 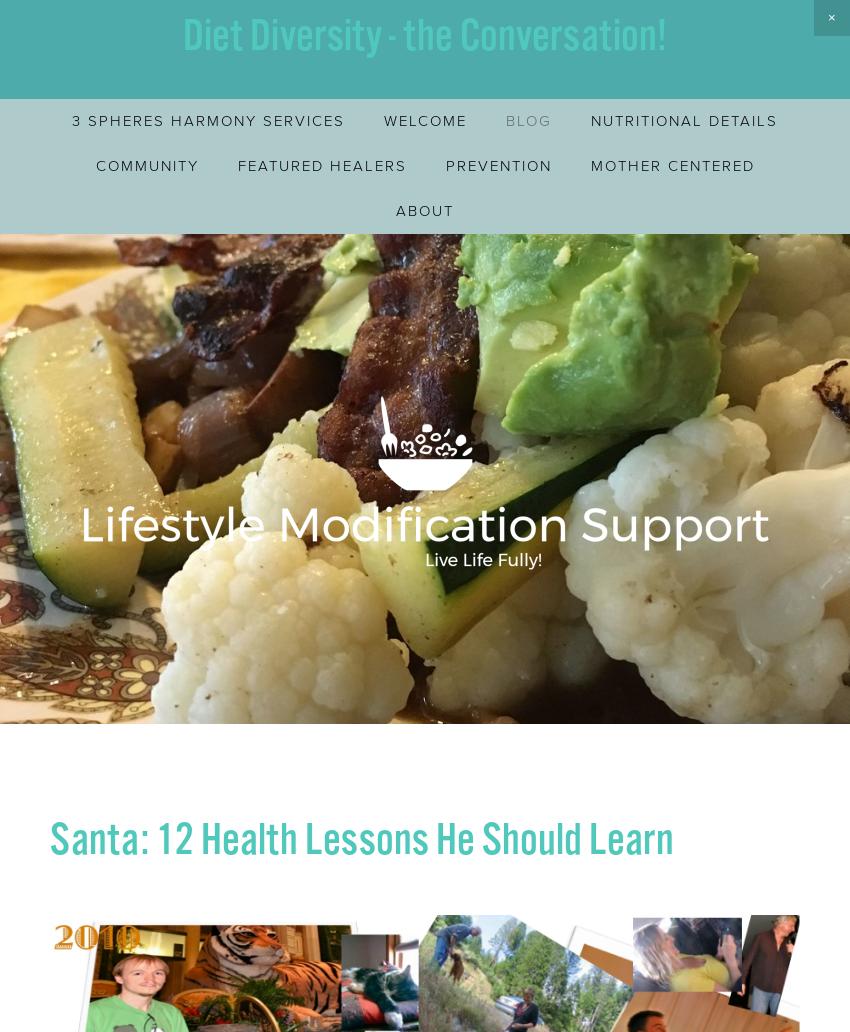 What do you see at coordinates (321, 164) in the screenshot?
I see `'Featured Healers'` at bounding box center [321, 164].